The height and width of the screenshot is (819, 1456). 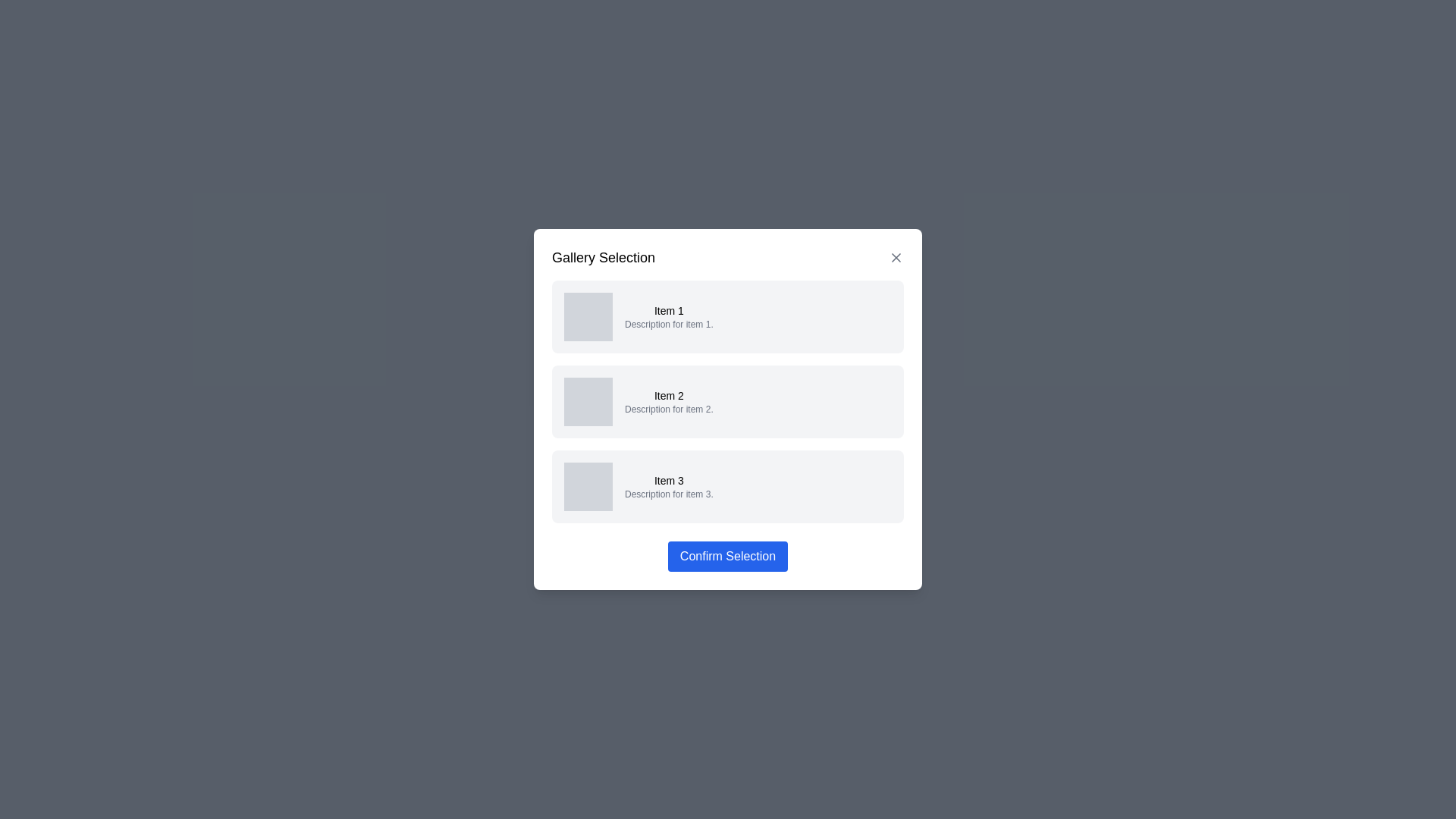 What do you see at coordinates (668, 480) in the screenshot?
I see `the Text Label that identifies the third item in a vertically-aligned list within a modal, positioned above the description text 'Description for item 3.'` at bounding box center [668, 480].